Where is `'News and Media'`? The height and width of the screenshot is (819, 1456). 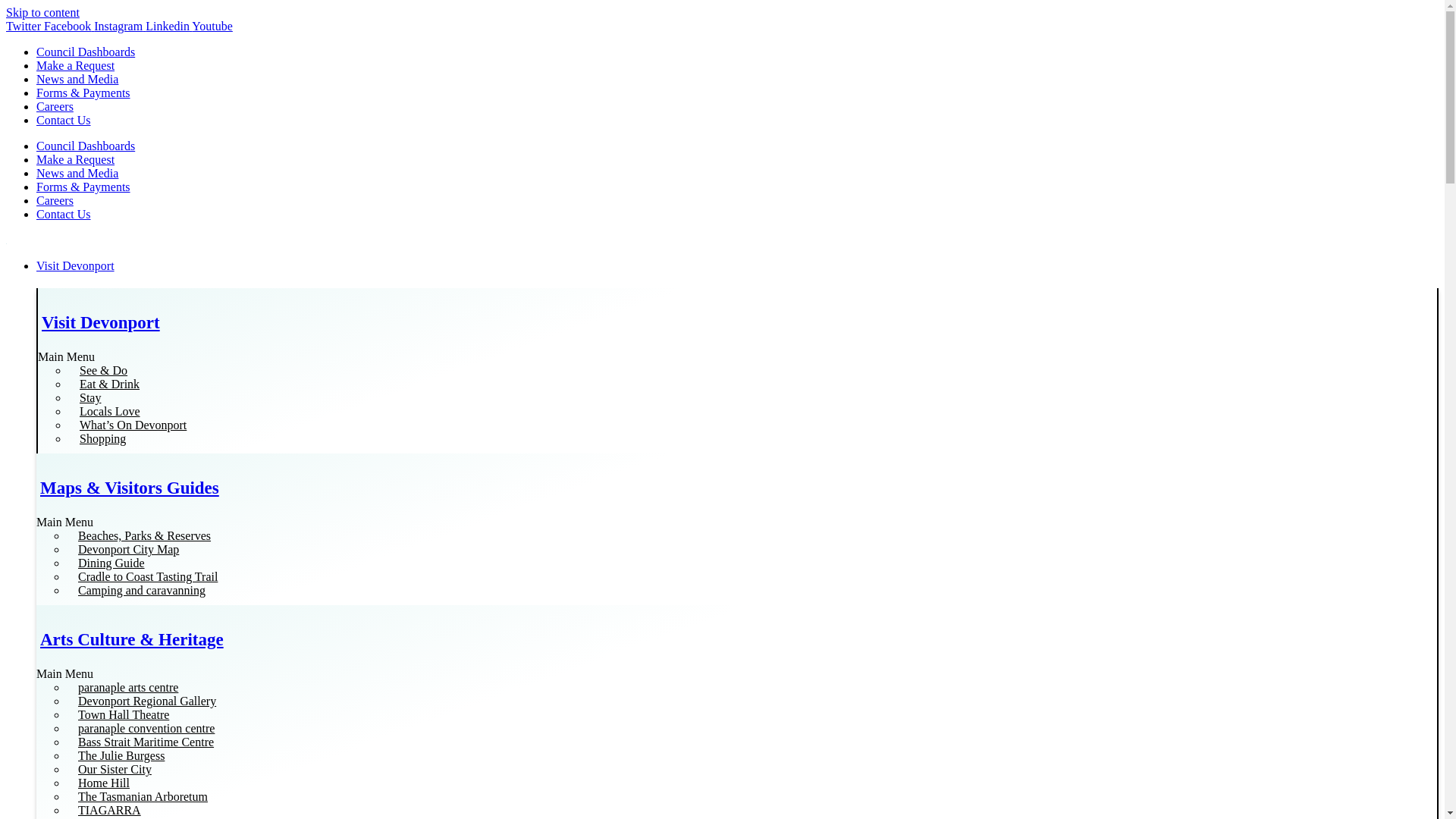
'News and Media' is located at coordinates (76, 172).